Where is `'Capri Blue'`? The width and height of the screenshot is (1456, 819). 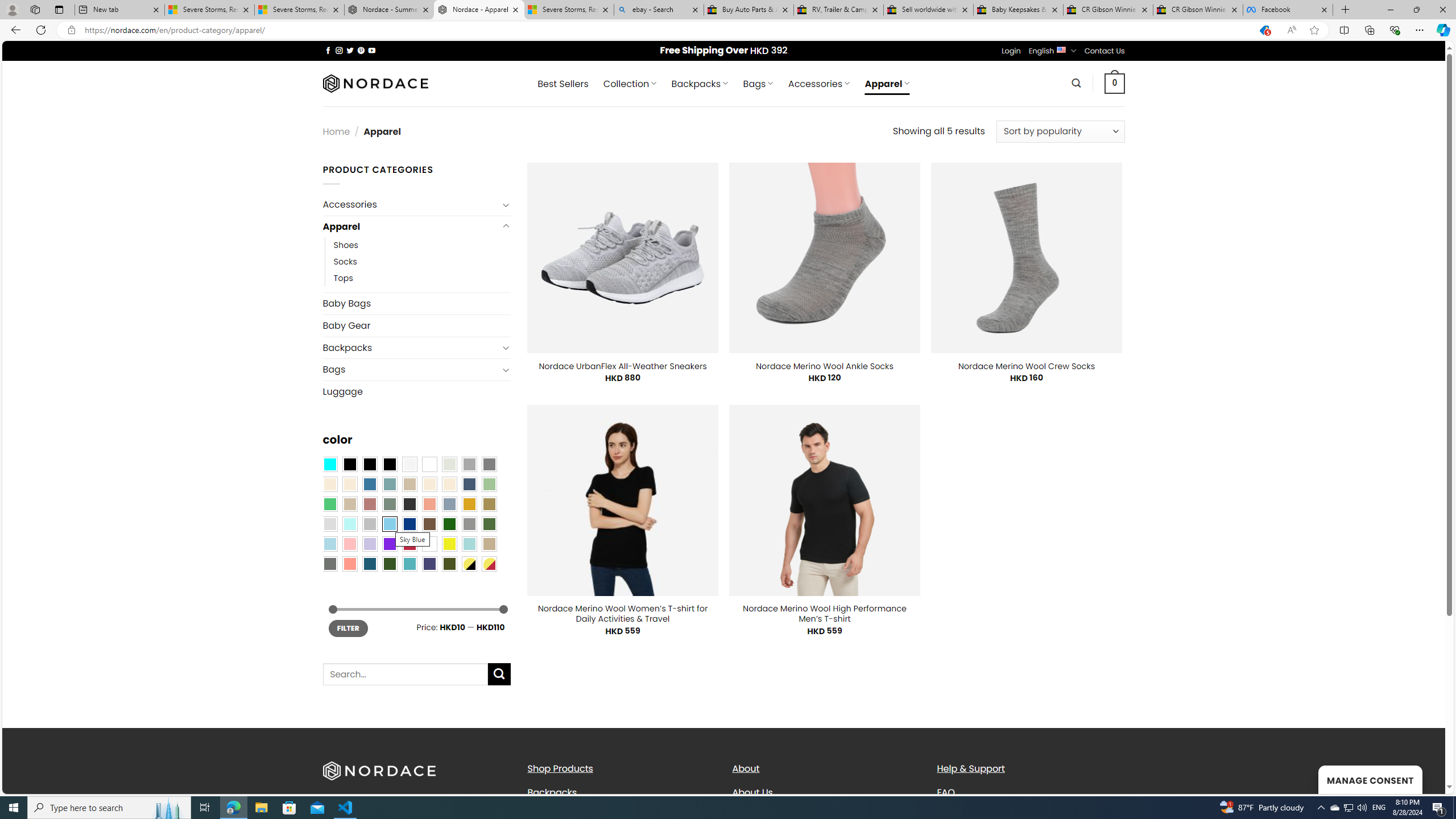
'Capri Blue' is located at coordinates (369, 562).